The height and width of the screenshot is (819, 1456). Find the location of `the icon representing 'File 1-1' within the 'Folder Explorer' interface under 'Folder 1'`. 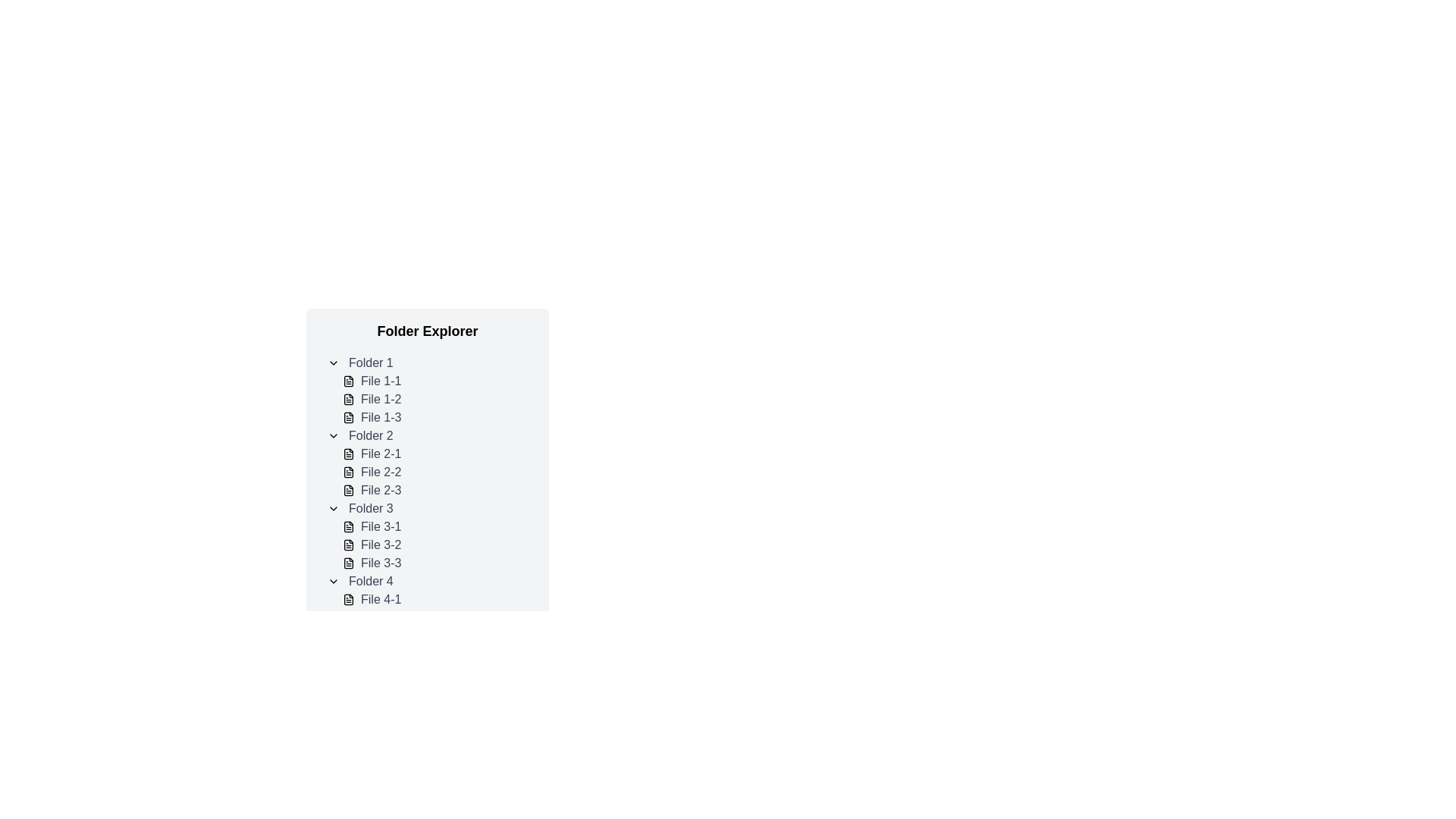

the icon representing 'File 1-1' within the 'Folder Explorer' interface under 'Folder 1' is located at coordinates (348, 380).